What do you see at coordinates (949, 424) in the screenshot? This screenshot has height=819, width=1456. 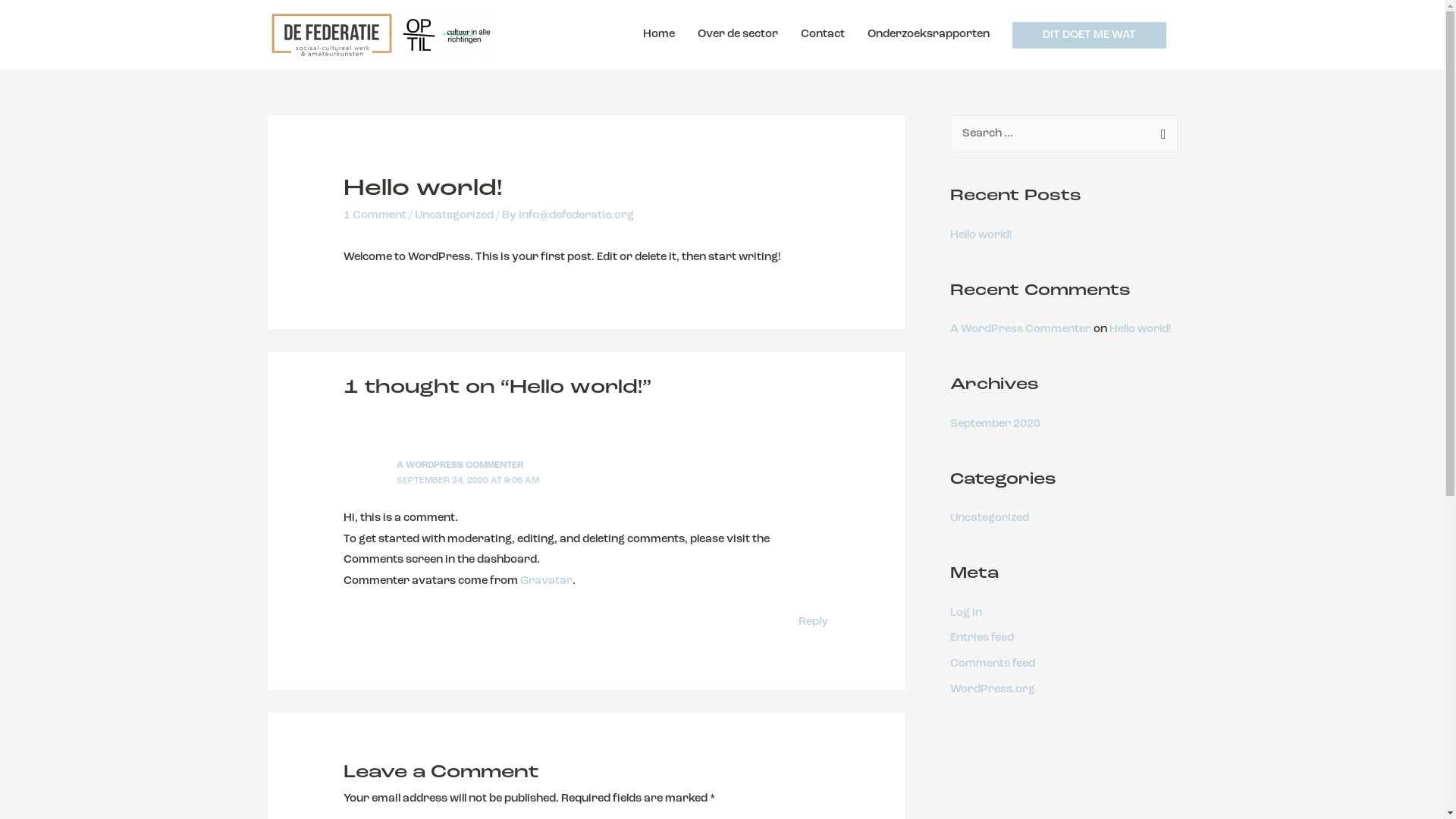 I see `'September 2020'` at bounding box center [949, 424].